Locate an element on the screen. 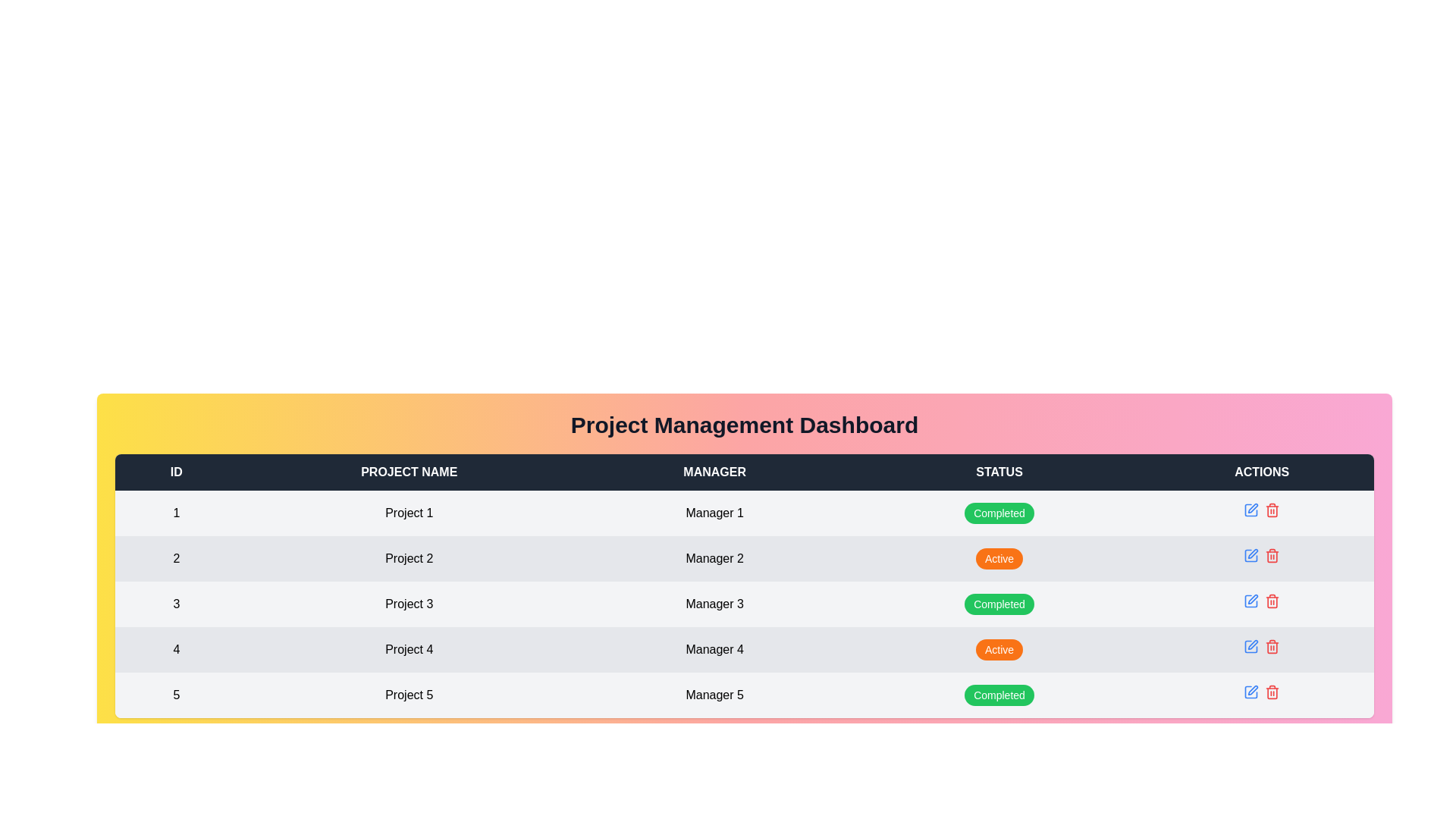 The width and height of the screenshot is (1456, 819). the pen icon button located in the 'Actions' column of the third row of the table is located at coordinates (1253, 554).